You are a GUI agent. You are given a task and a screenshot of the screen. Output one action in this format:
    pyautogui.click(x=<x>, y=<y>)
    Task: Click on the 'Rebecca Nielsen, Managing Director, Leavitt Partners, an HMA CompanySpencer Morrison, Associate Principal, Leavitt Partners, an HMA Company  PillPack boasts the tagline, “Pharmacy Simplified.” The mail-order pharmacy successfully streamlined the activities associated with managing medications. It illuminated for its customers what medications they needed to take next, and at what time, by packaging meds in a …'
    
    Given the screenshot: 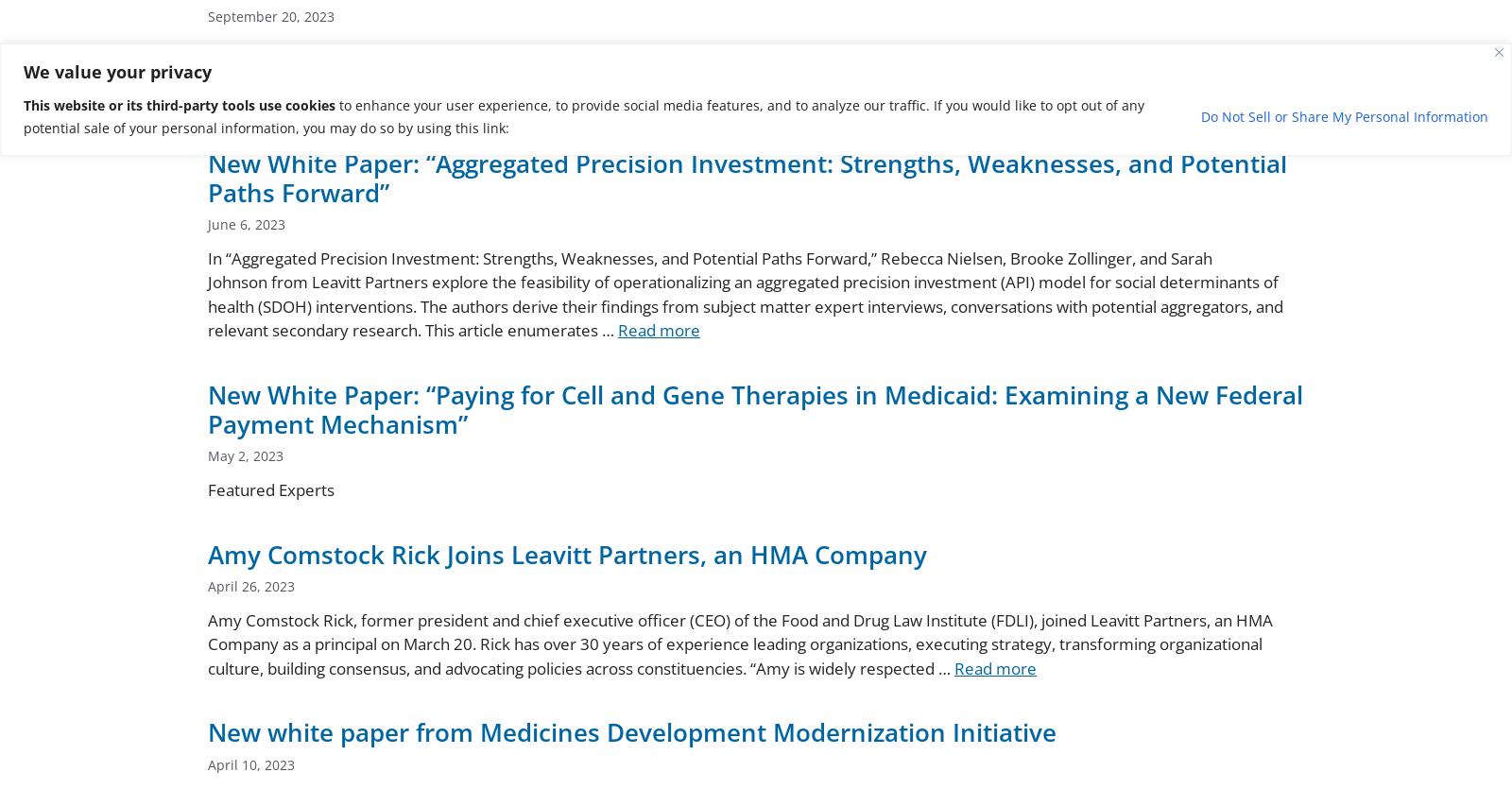 What is the action you would take?
    pyautogui.click(x=208, y=74)
    